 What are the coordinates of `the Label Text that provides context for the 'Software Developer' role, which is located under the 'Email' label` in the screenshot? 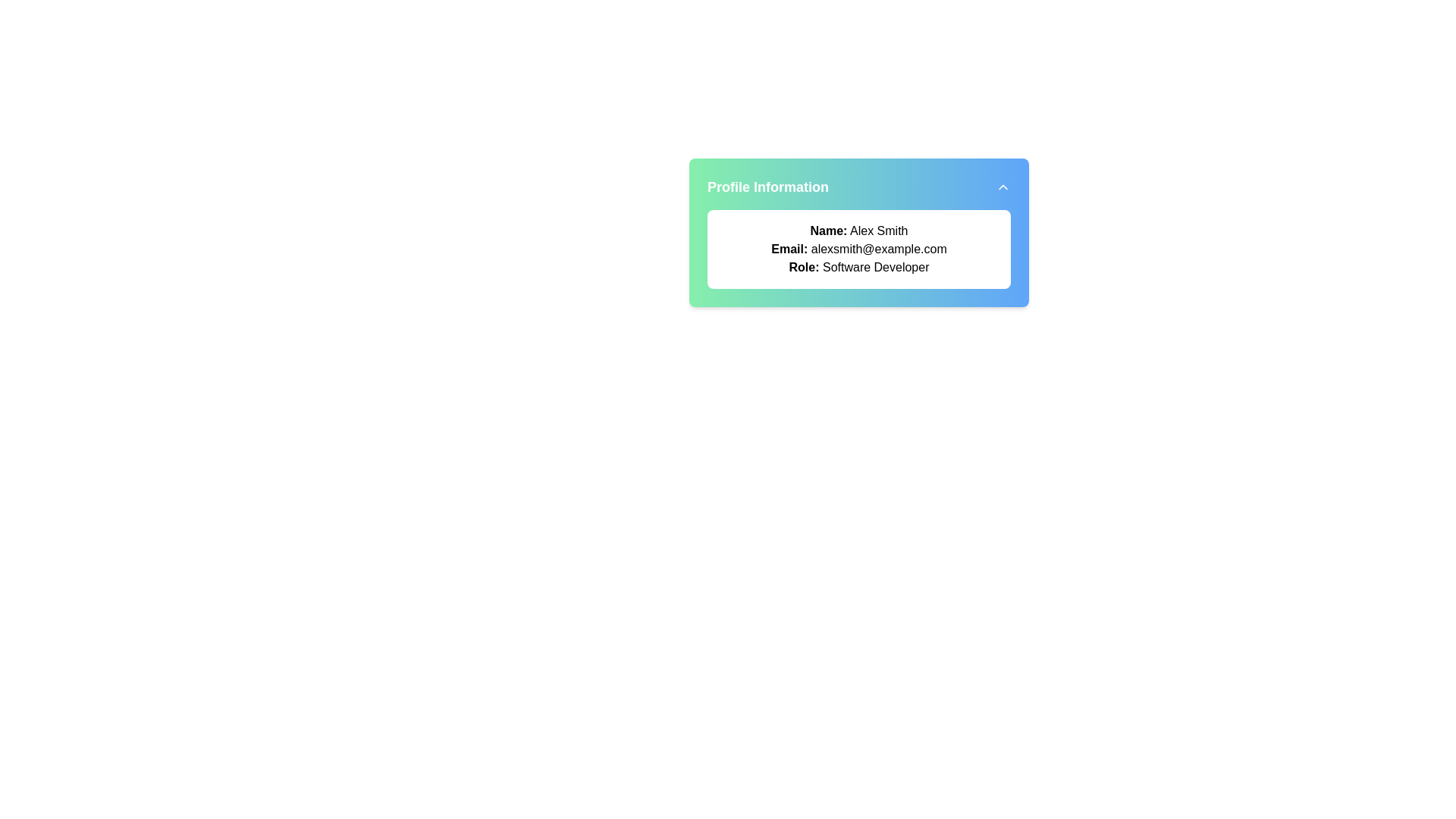 It's located at (803, 266).